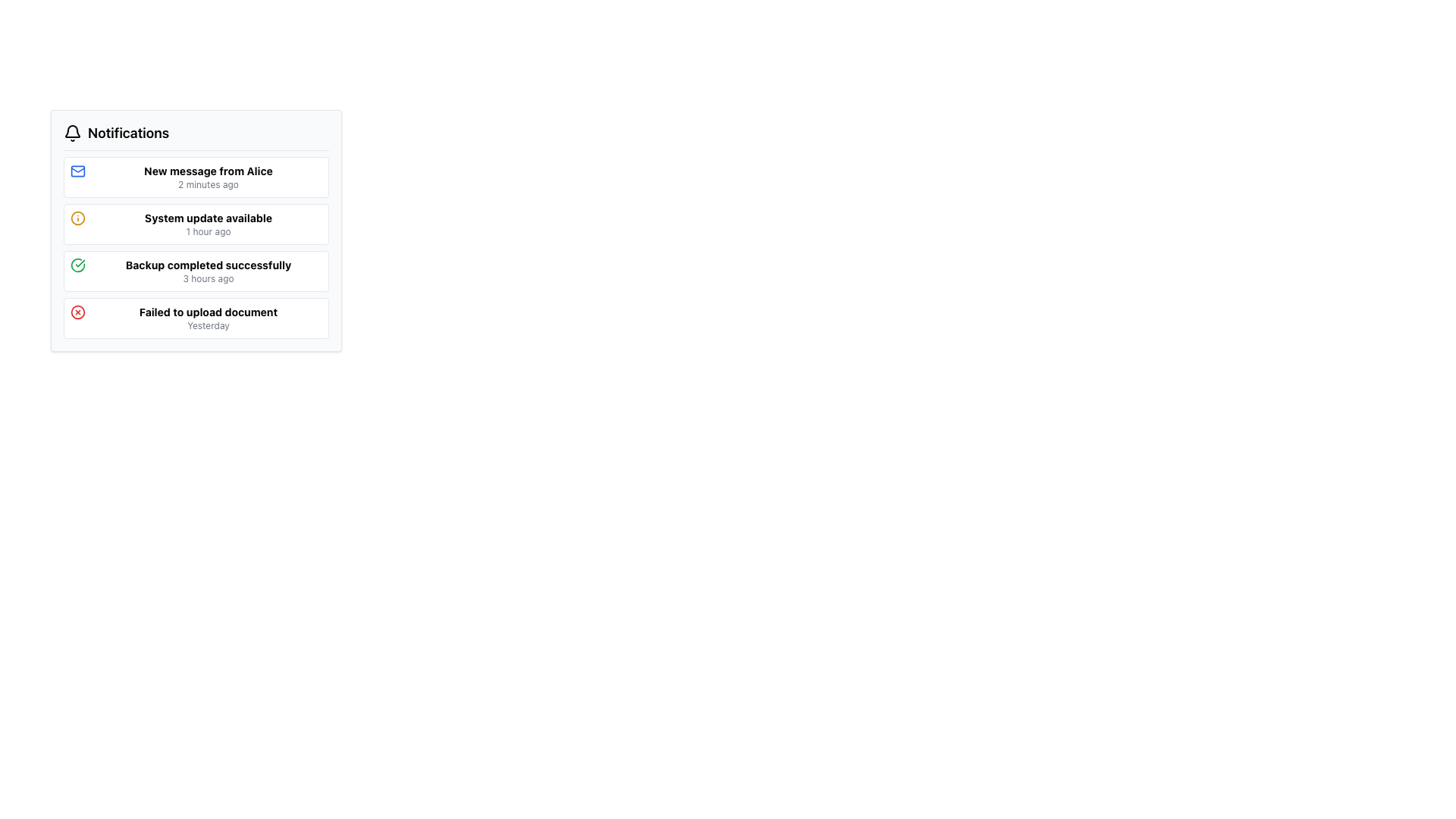  Describe the element at coordinates (72, 133) in the screenshot. I see `the bell icon representing notifications, which is located on the leftmost side of the notifications section` at that location.